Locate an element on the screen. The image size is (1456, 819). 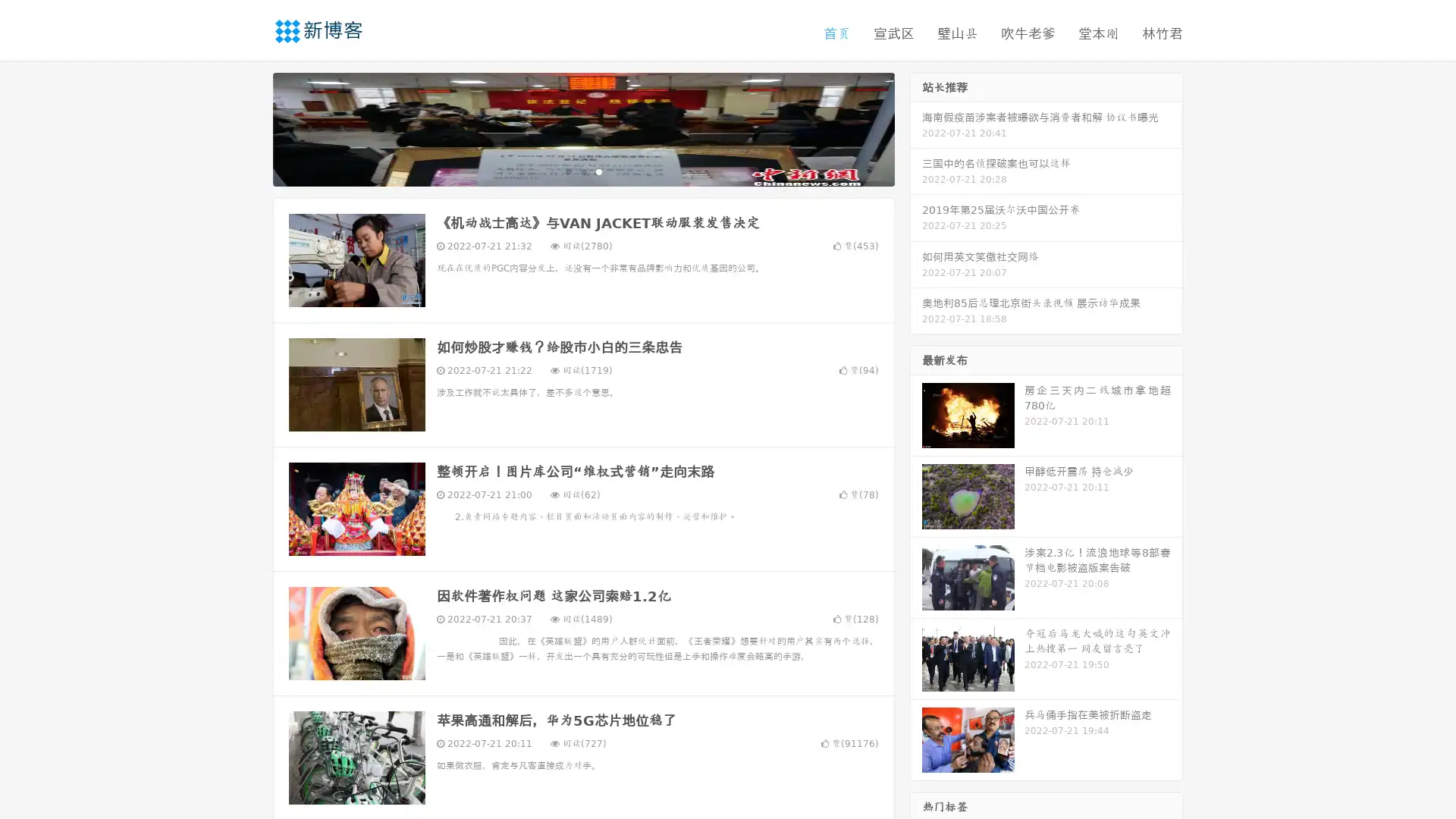
Go to slide 2 is located at coordinates (582, 171).